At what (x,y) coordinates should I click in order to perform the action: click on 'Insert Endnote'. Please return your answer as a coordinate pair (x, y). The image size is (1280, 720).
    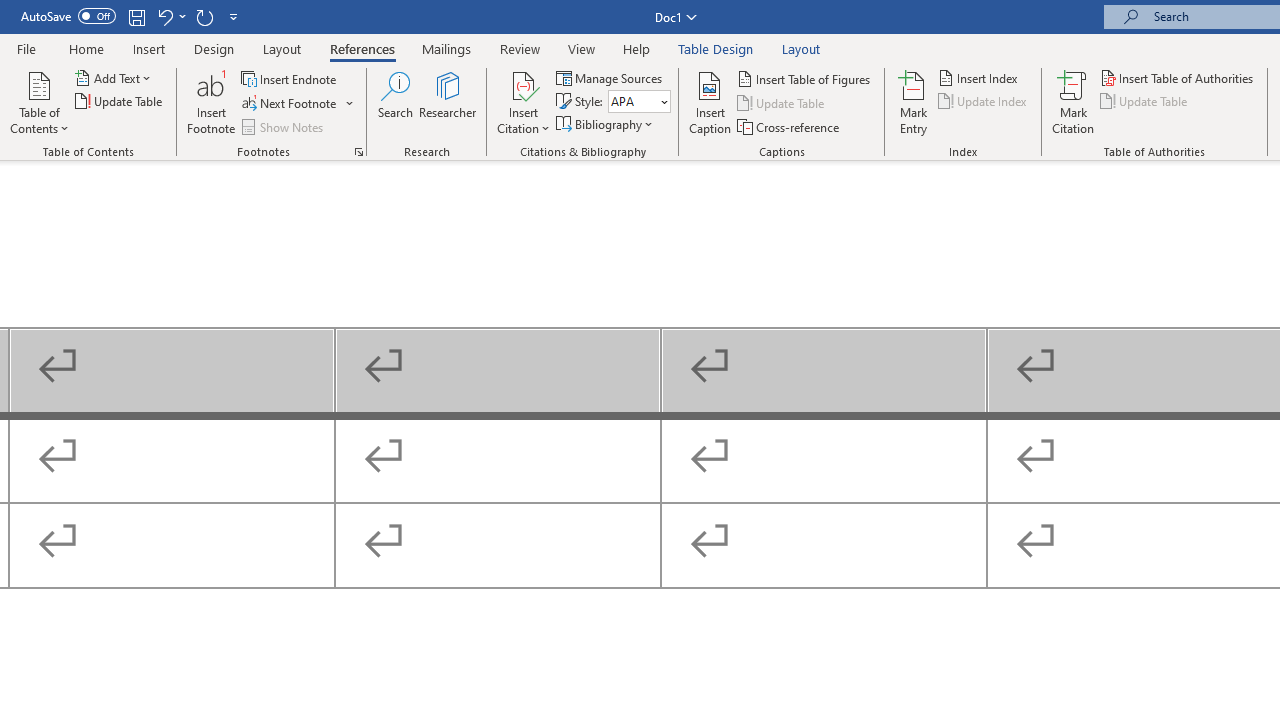
    Looking at the image, I should click on (289, 78).